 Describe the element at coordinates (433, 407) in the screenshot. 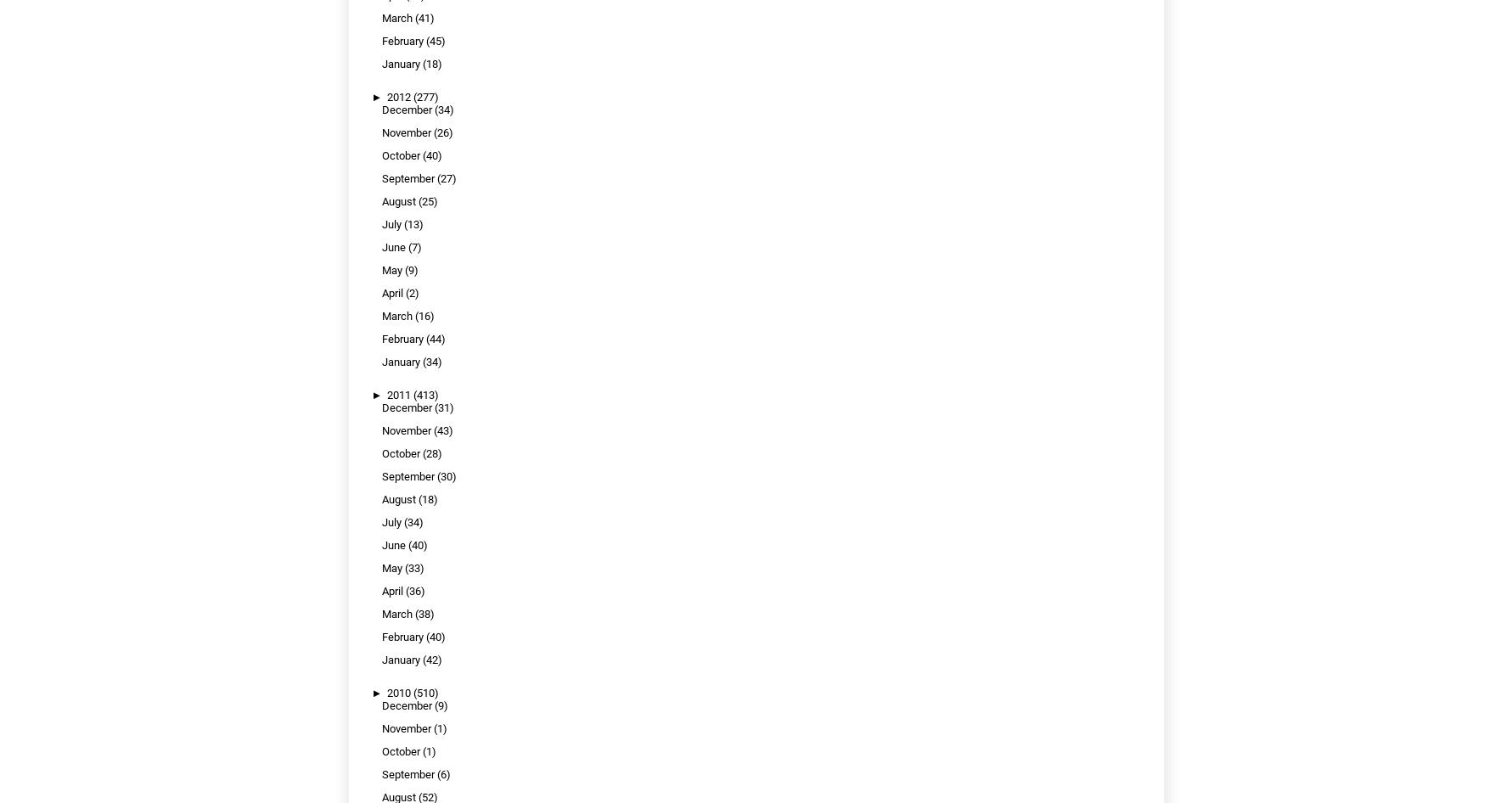

I see `'(31)'` at that location.